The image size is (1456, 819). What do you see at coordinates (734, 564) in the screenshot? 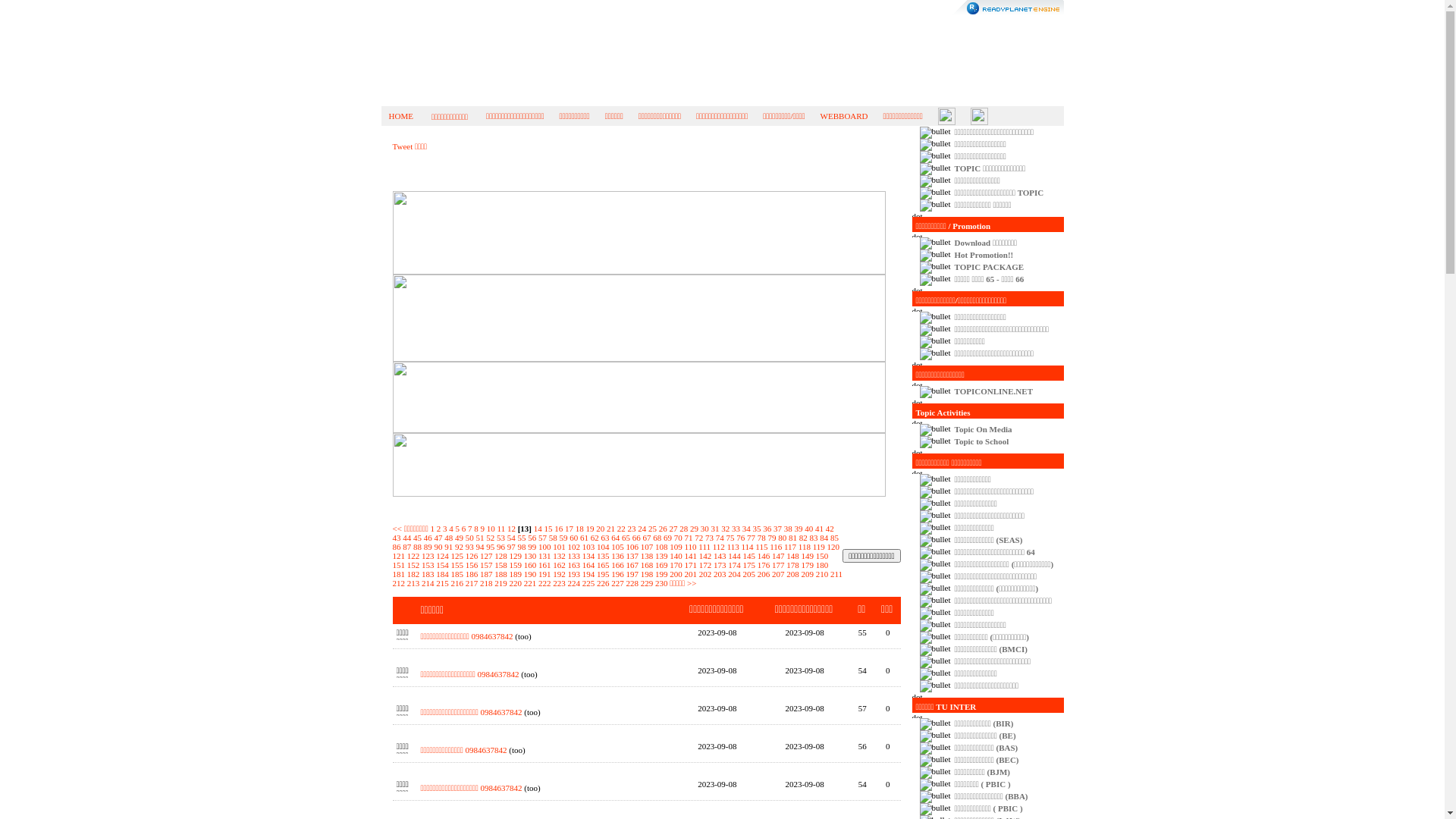
I see `'174'` at bounding box center [734, 564].